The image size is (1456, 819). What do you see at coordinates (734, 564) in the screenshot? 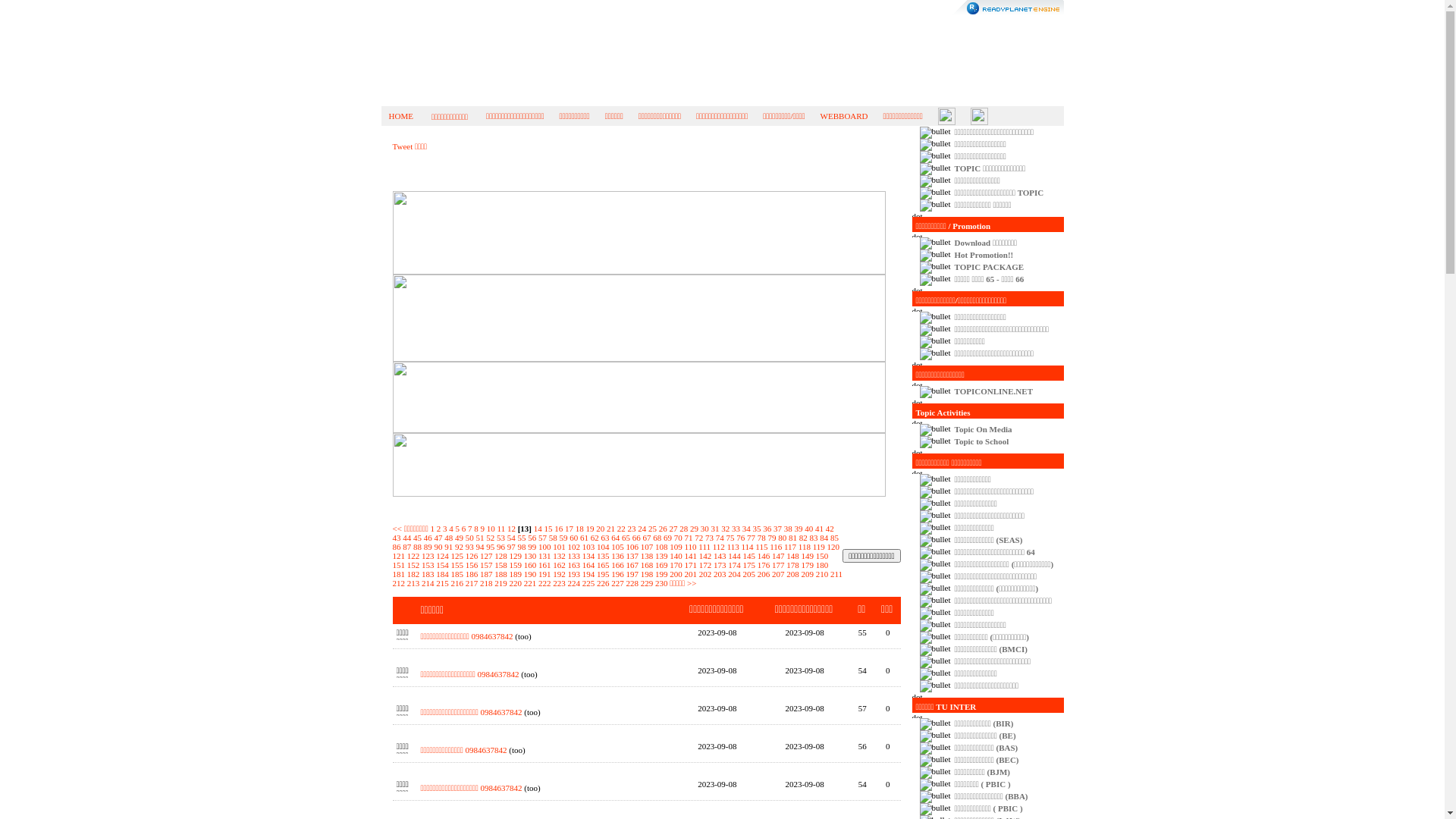
I see `'174'` at bounding box center [734, 564].